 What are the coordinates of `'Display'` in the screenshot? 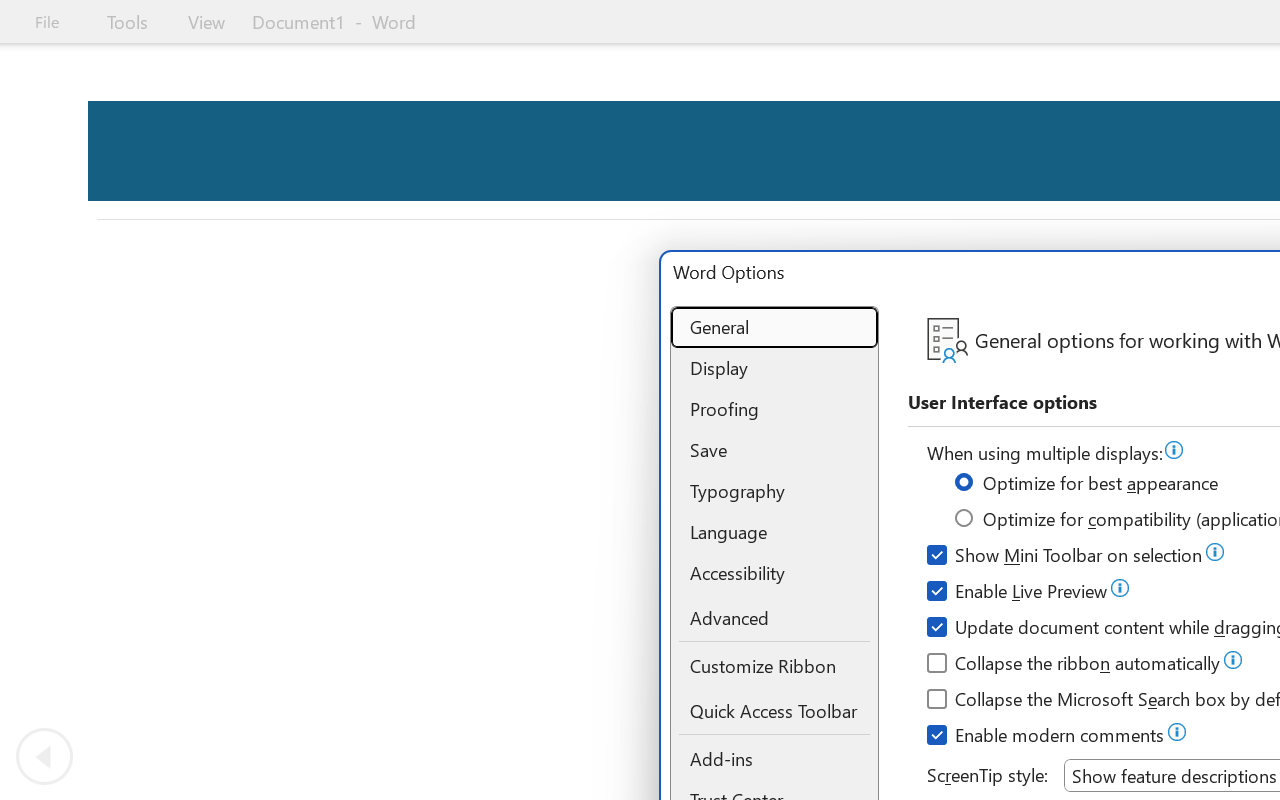 It's located at (773, 367).